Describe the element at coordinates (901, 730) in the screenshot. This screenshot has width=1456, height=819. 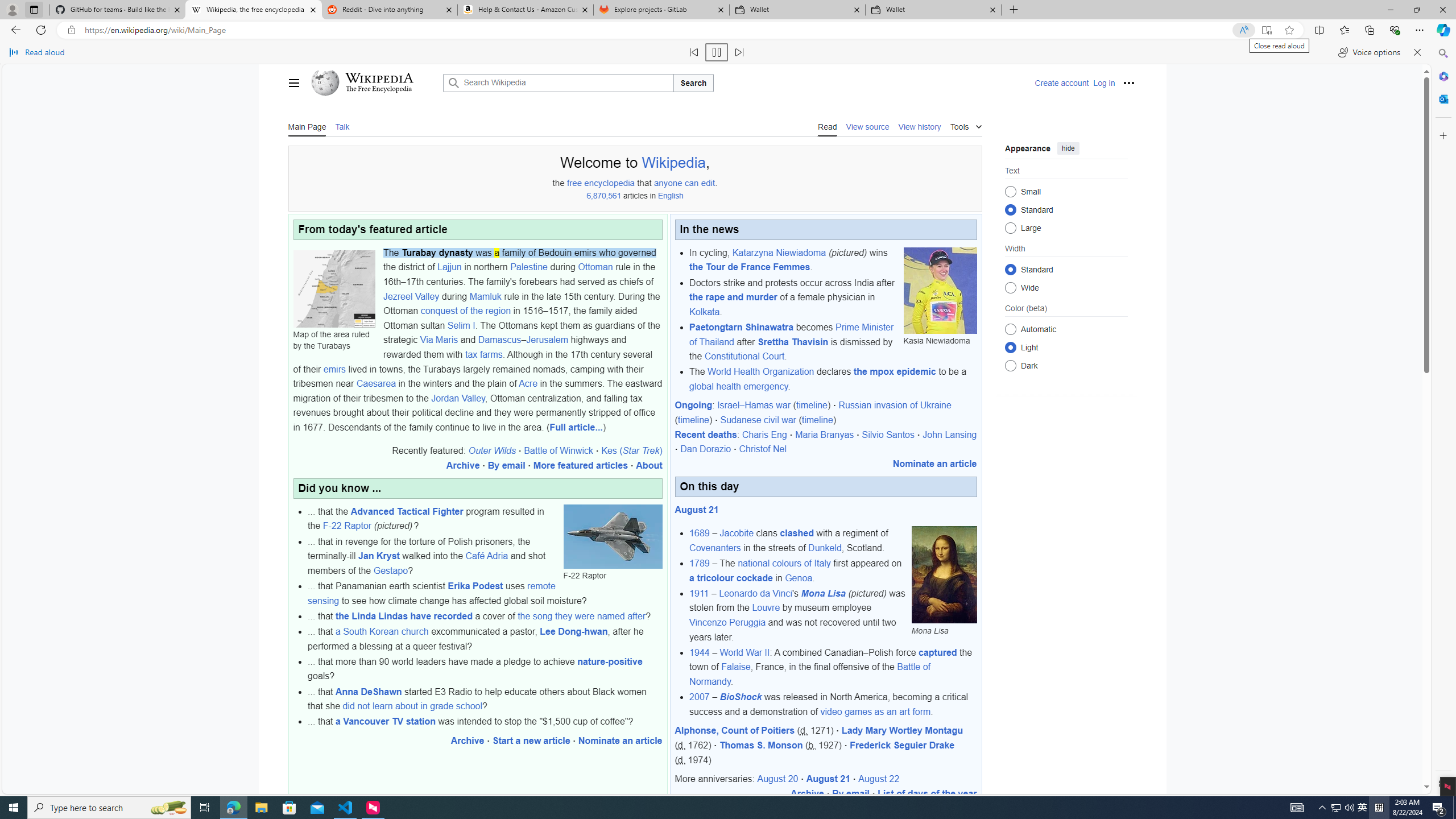
I see `'Lady Mary Wortley Montagu'` at that location.